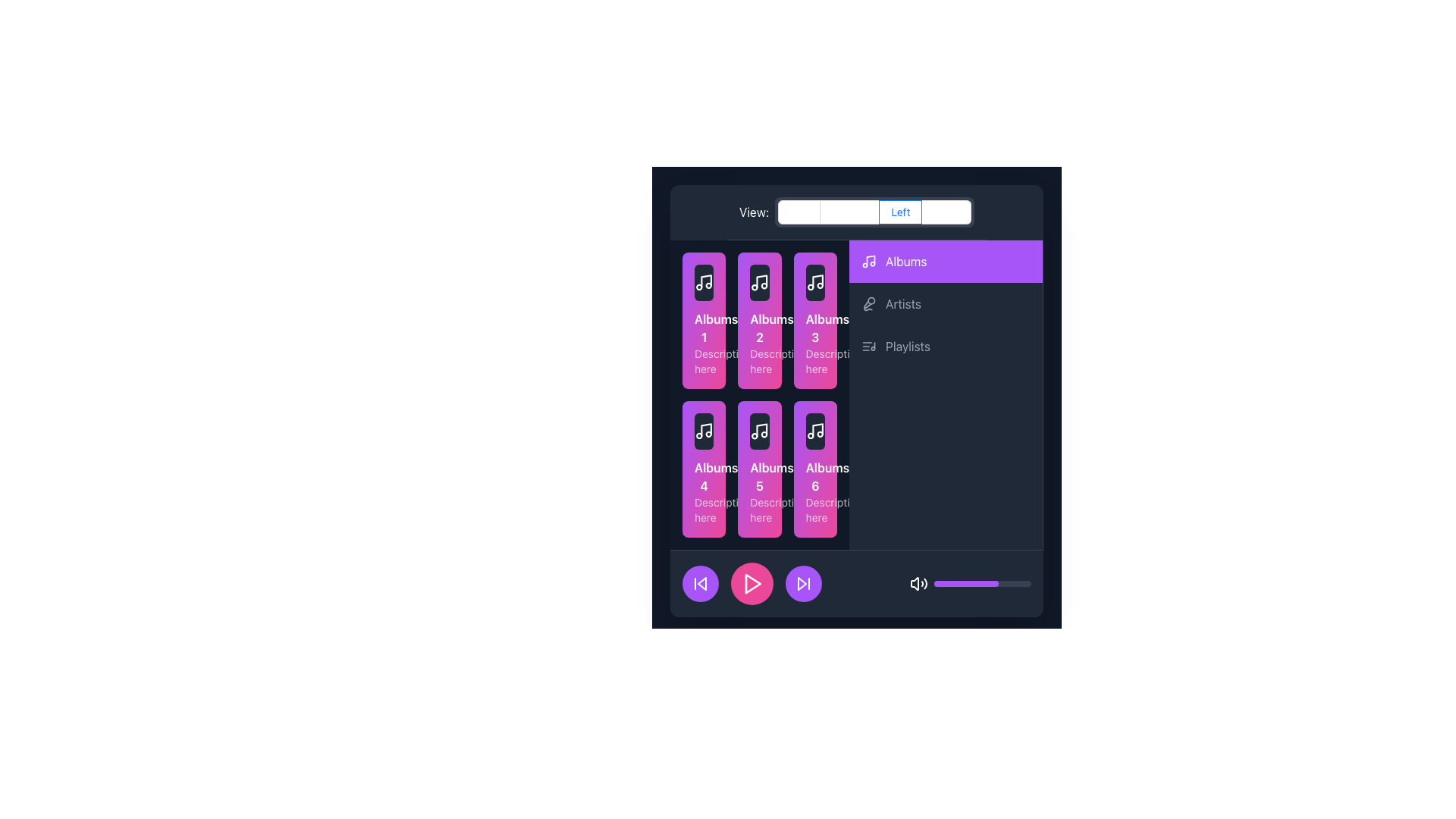  What do you see at coordinates (900, 212) in the screenshot?
I see `the radio button styled as a button labeled 'Left'` at bounding box center [900, 212].